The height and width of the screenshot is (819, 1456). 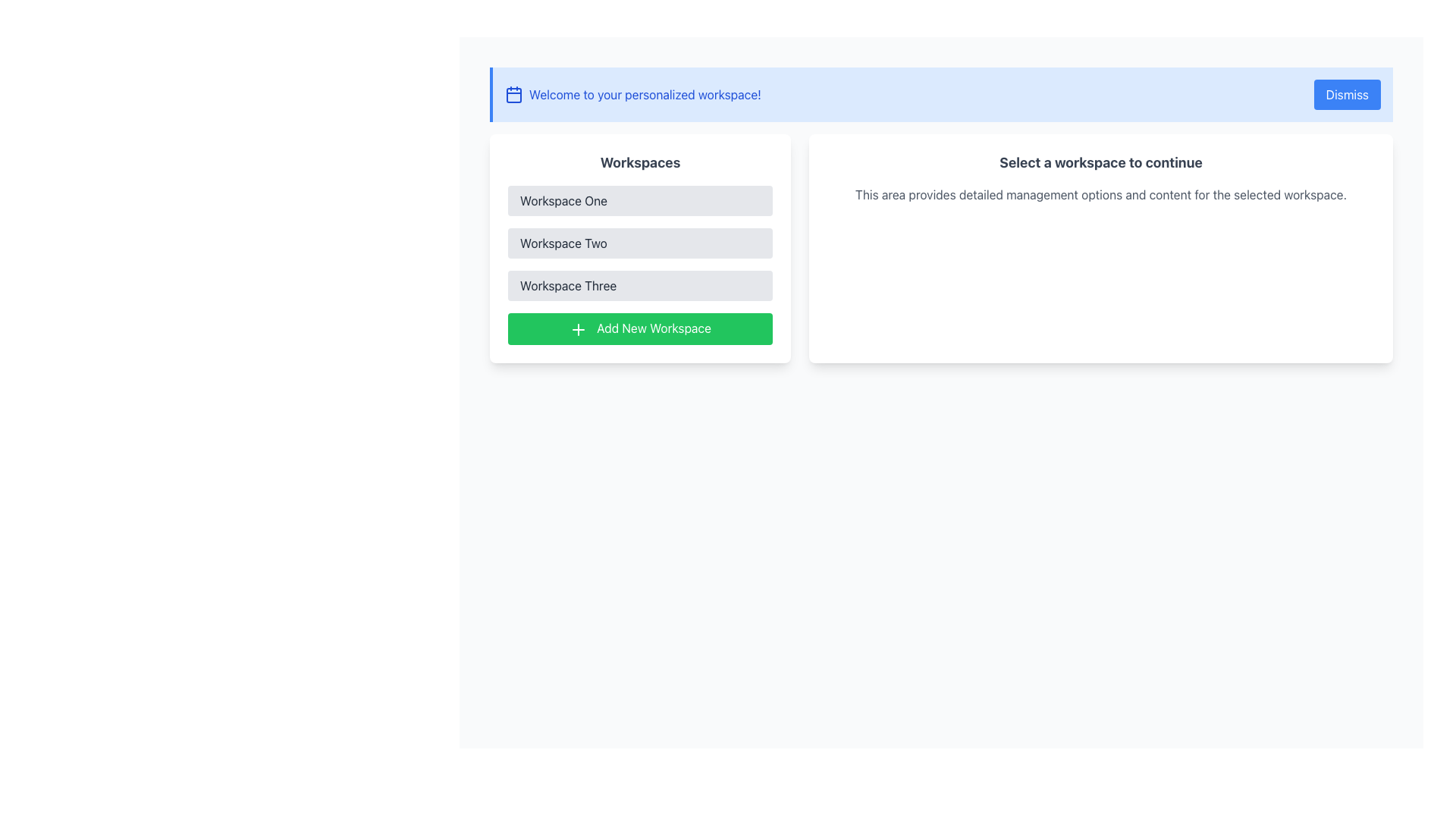 I want to click on explanatory static text located beneath the title 'Select a workspace to continue' in the right-side panel of the interface, so click(x=1100, y=194).